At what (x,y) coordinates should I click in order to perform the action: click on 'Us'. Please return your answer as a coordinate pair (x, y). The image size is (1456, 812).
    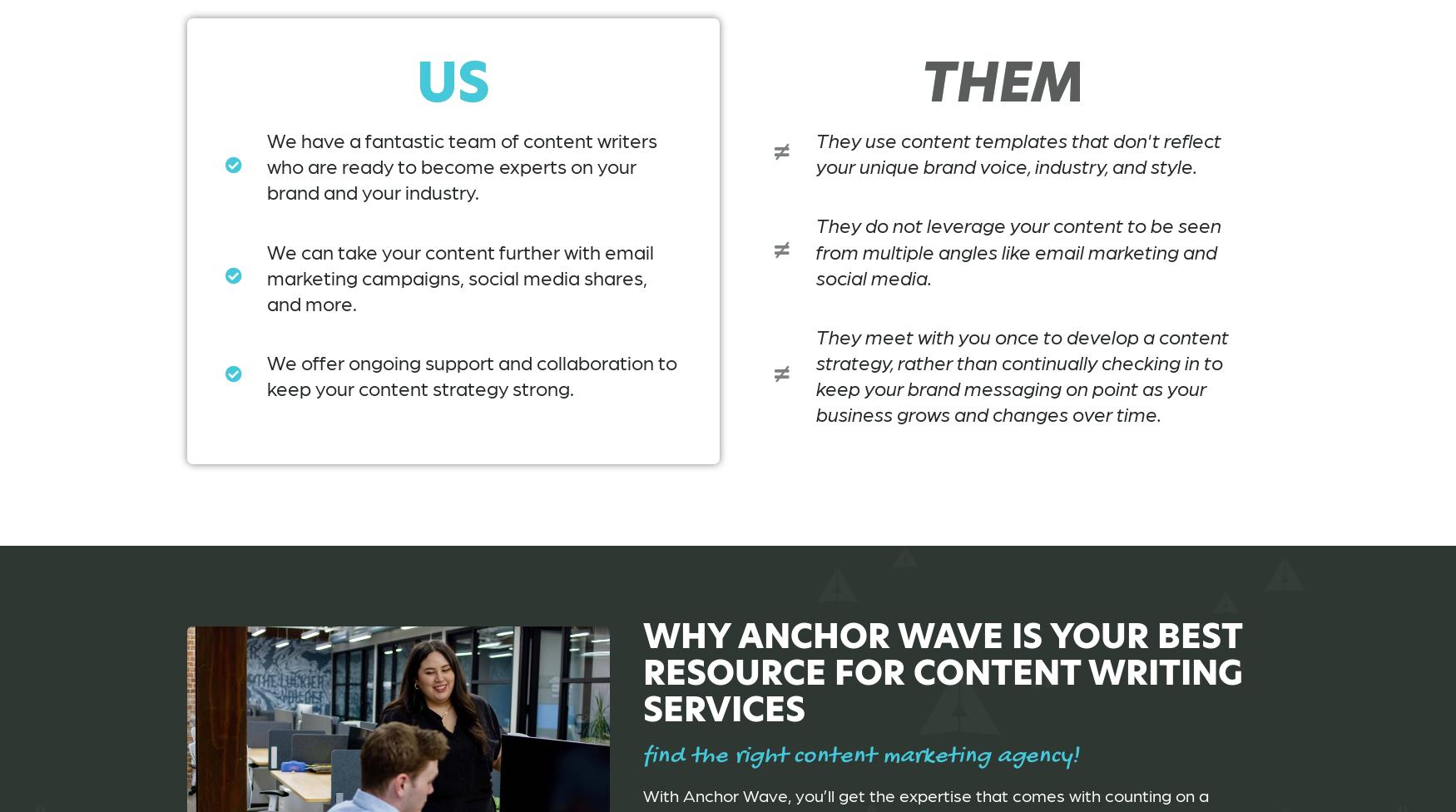
    Looking at the image, I should click on (452, 82).